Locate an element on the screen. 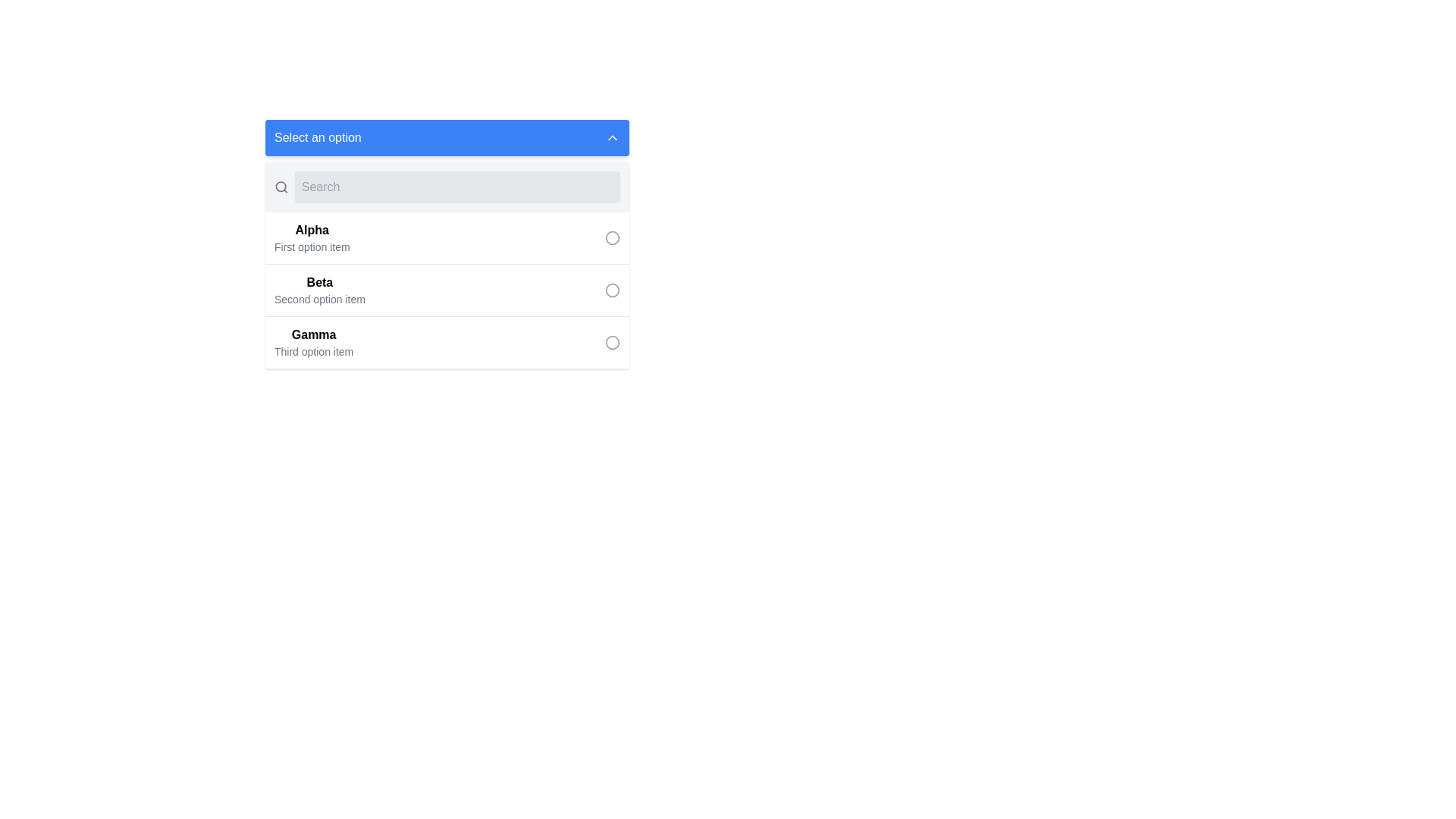  the Circle icon positioned to the right of the text 'Gamma' in the third item of the dropdown list, which serves as an indicator for selection or status is located at coordinates (612, 342).